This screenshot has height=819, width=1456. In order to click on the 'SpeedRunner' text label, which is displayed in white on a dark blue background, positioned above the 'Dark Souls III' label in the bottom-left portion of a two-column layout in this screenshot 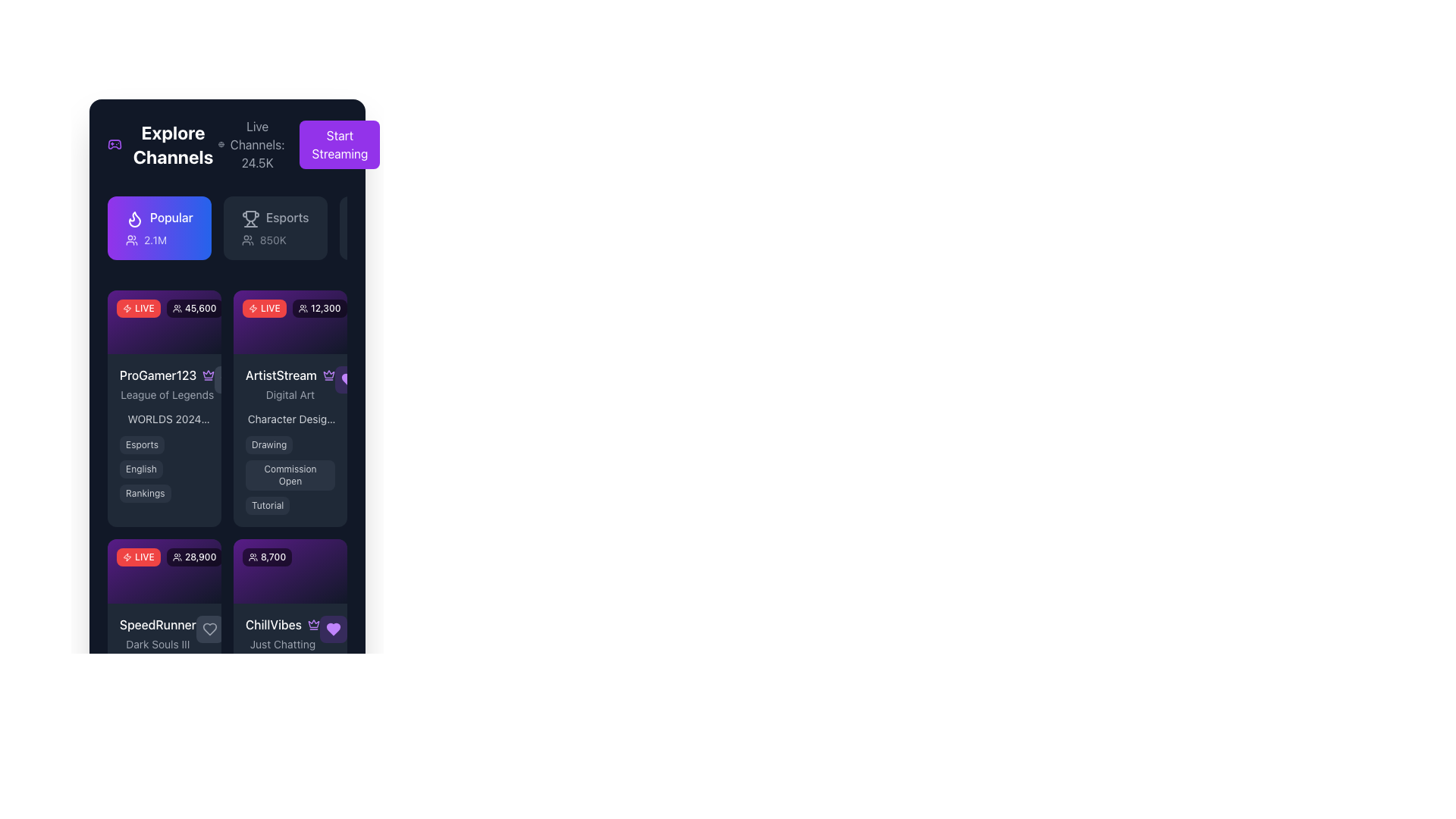, I will do `click(158, 624)`.